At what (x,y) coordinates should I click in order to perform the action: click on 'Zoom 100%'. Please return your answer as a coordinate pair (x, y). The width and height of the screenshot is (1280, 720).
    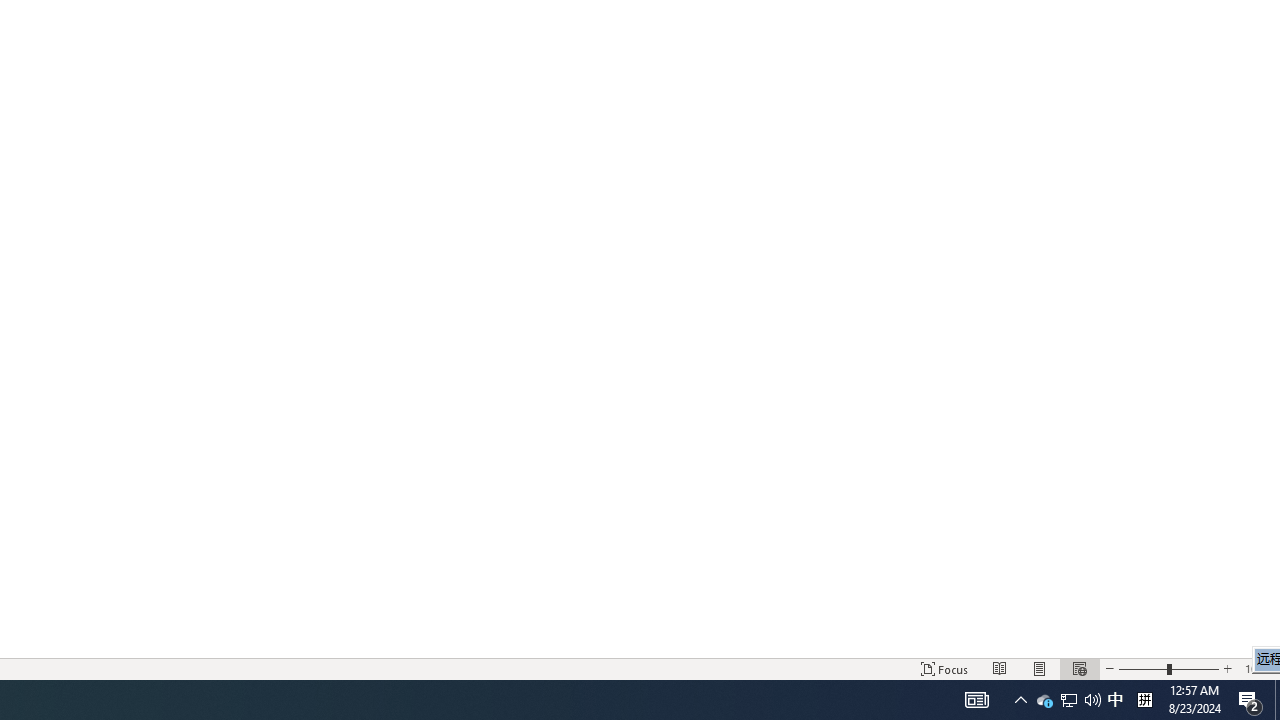
    Looking at the image, I should click on (1257, 669).